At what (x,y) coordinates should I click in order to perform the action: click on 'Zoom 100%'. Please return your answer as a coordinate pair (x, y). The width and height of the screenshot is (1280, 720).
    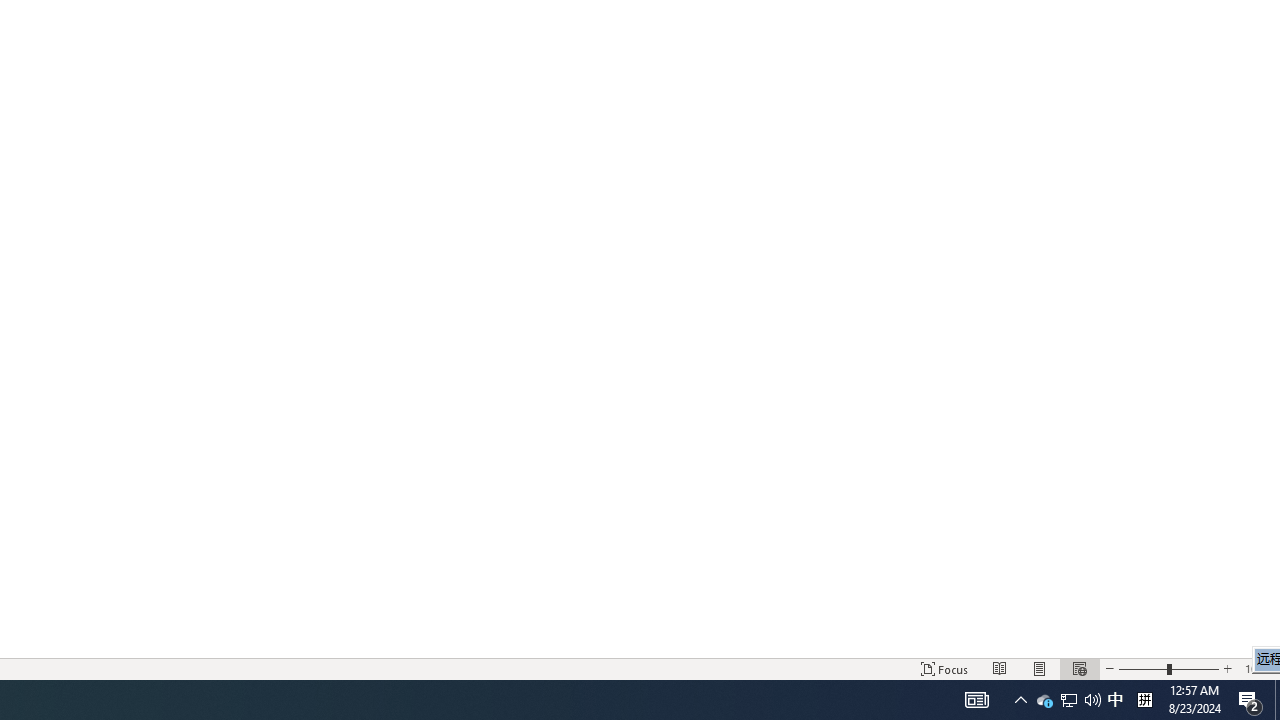
    Looking at the image, I should click on (1257, 669).